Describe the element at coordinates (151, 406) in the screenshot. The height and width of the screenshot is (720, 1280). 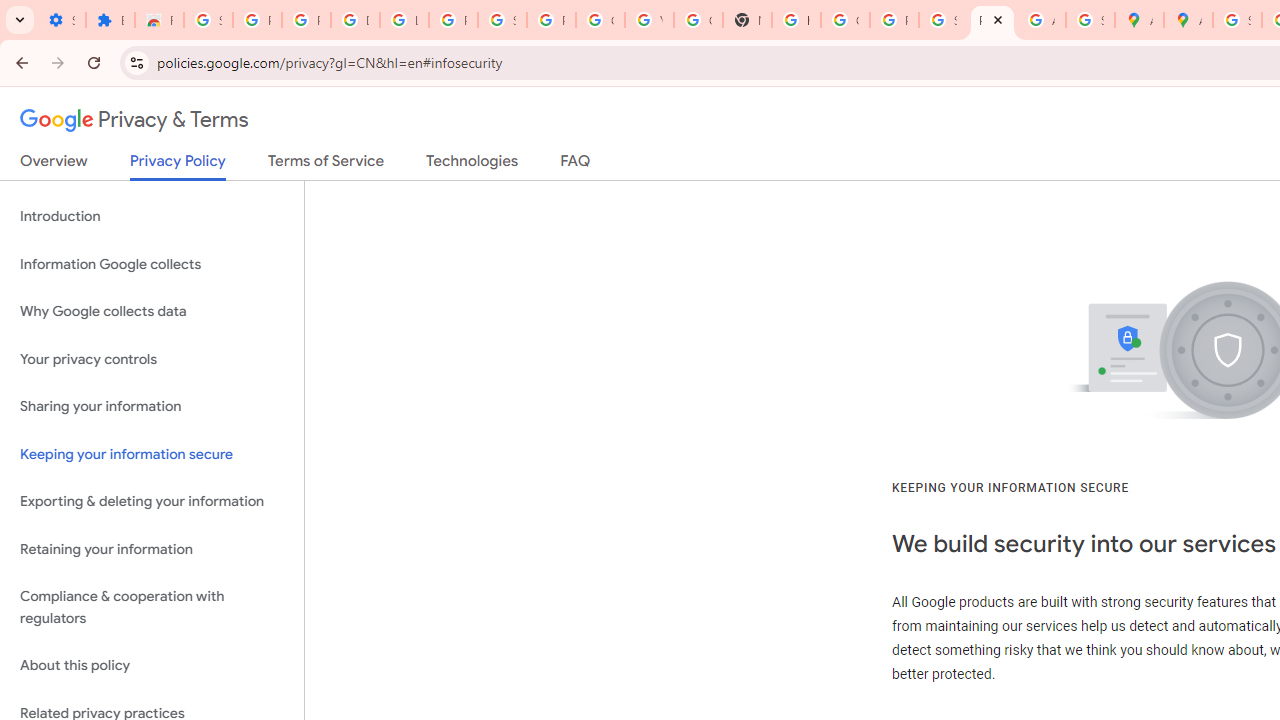
I see `'Sharing your information'` at that location.